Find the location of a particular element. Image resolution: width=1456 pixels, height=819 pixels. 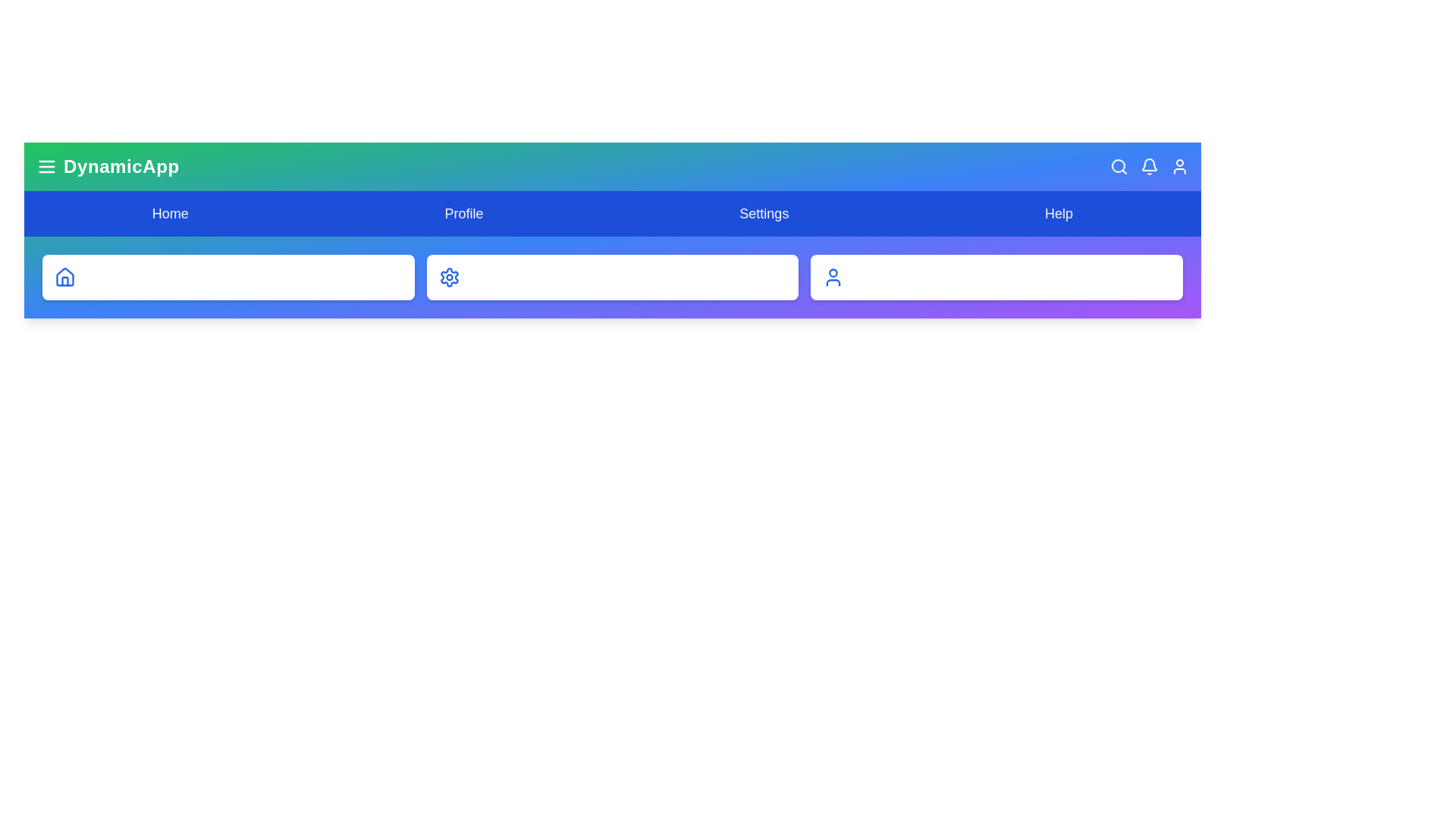

the Settings navigation item to navigate to the corresponding section is located at coordinates (764, 213).